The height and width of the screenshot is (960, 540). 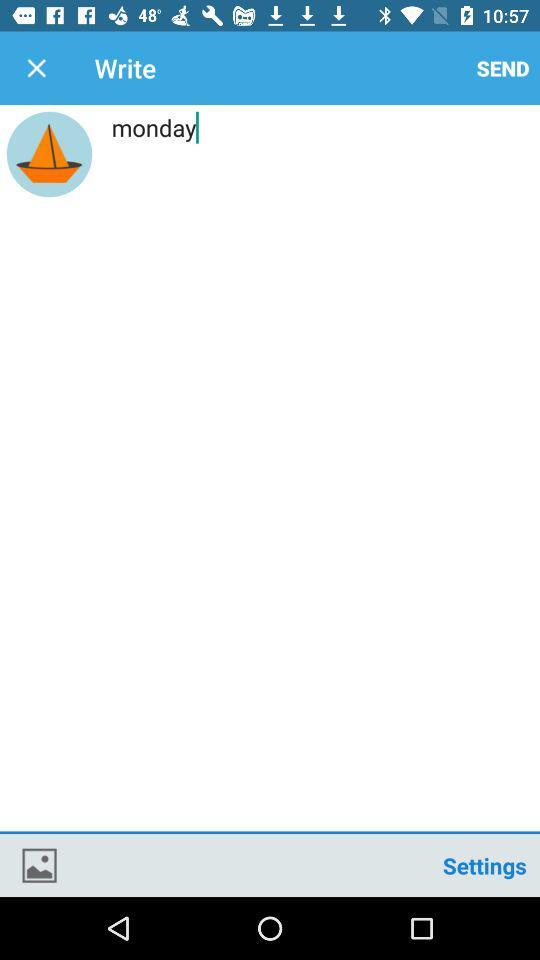 What do you see at coordinates (502, 68) in the screenshot?
I see `the icon to the right of write item` at bounding box center [502, 68].